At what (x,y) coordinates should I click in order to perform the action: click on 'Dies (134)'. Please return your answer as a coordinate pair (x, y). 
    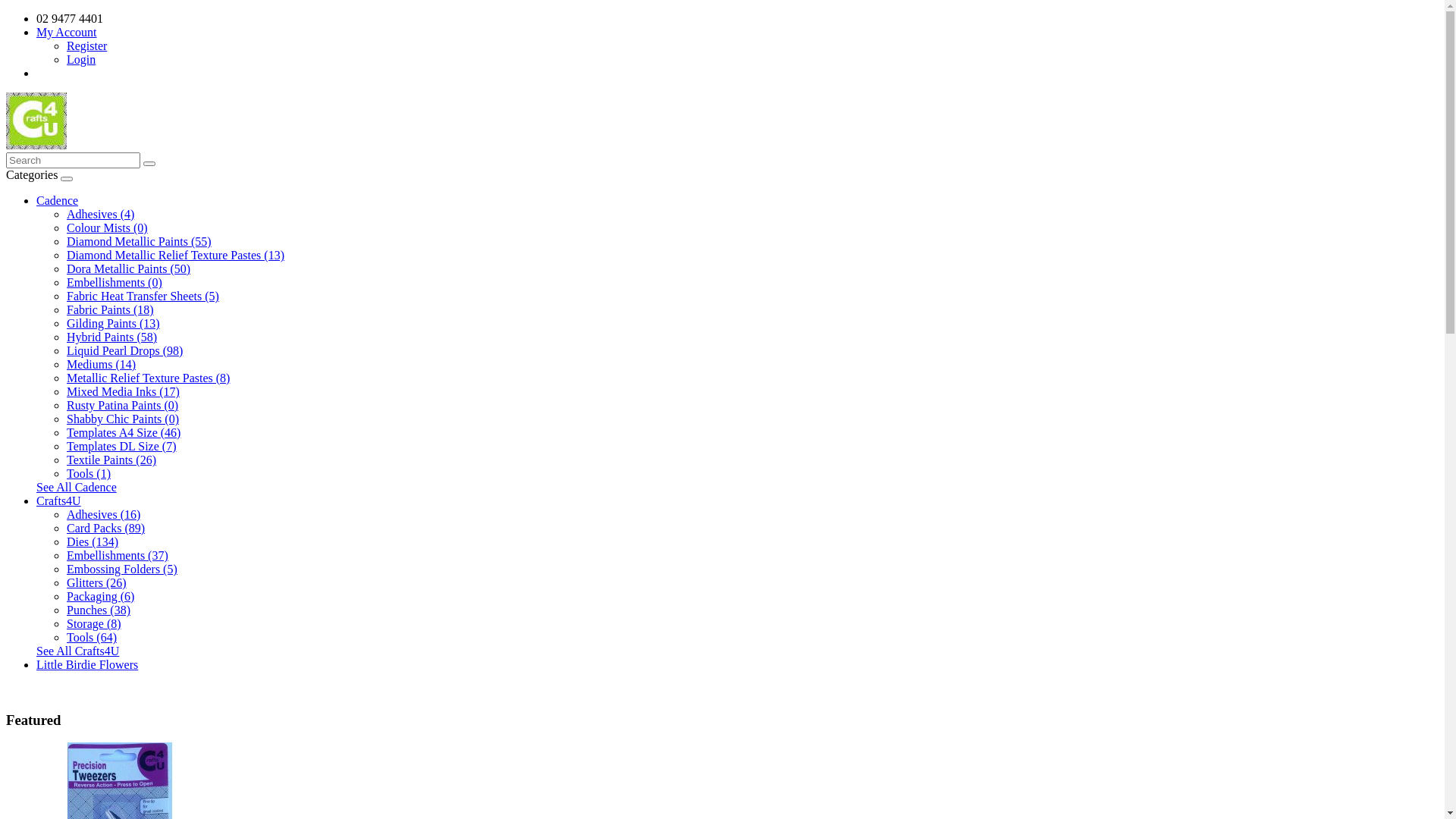
    Looking at the image, I should click on (65, 541).